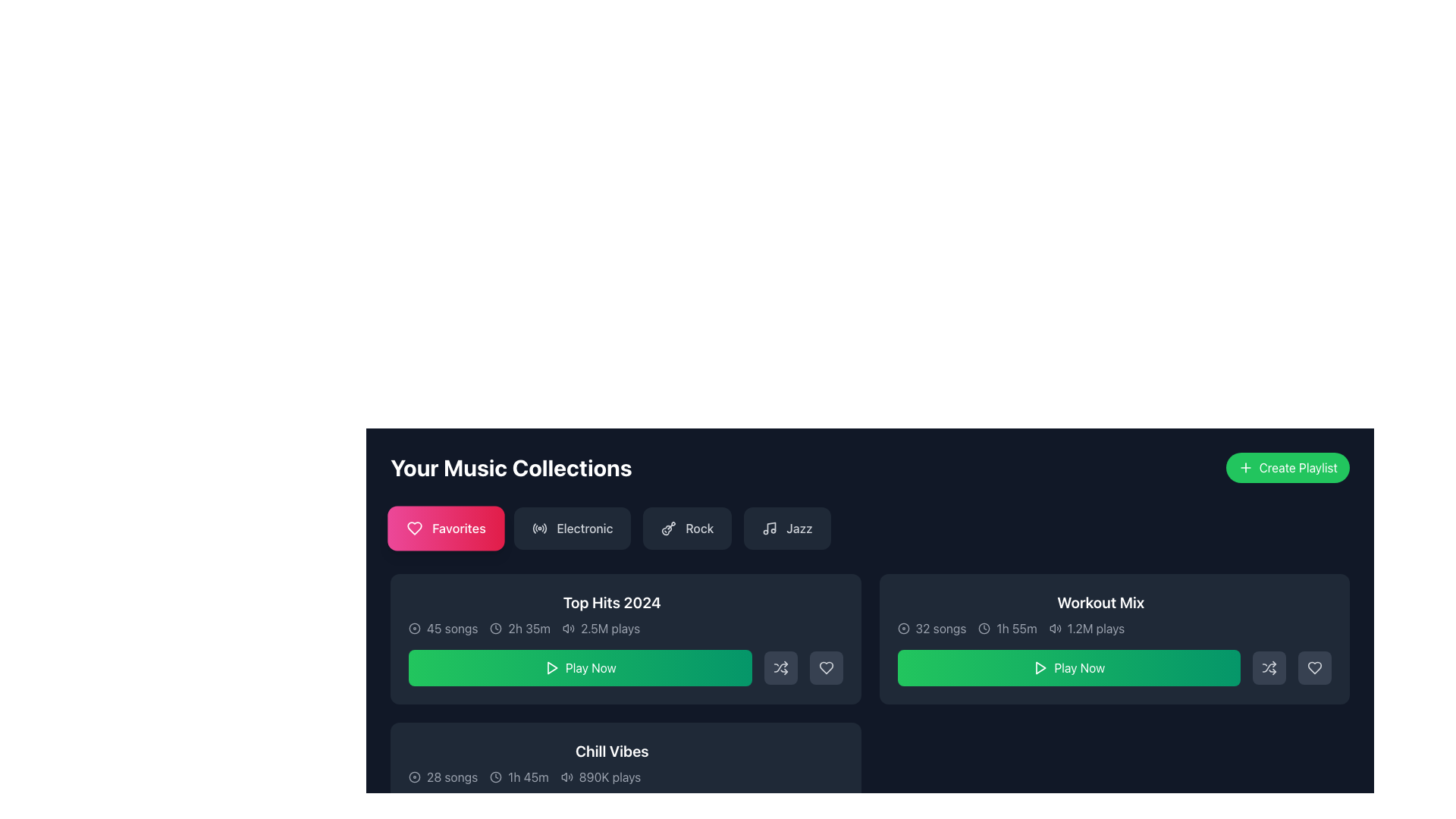 Image resolution: width=1456 pixels, height=819 pixels. I want to click on the 'Jazz' text label inside the dark rectangular button, so click(799, 528).